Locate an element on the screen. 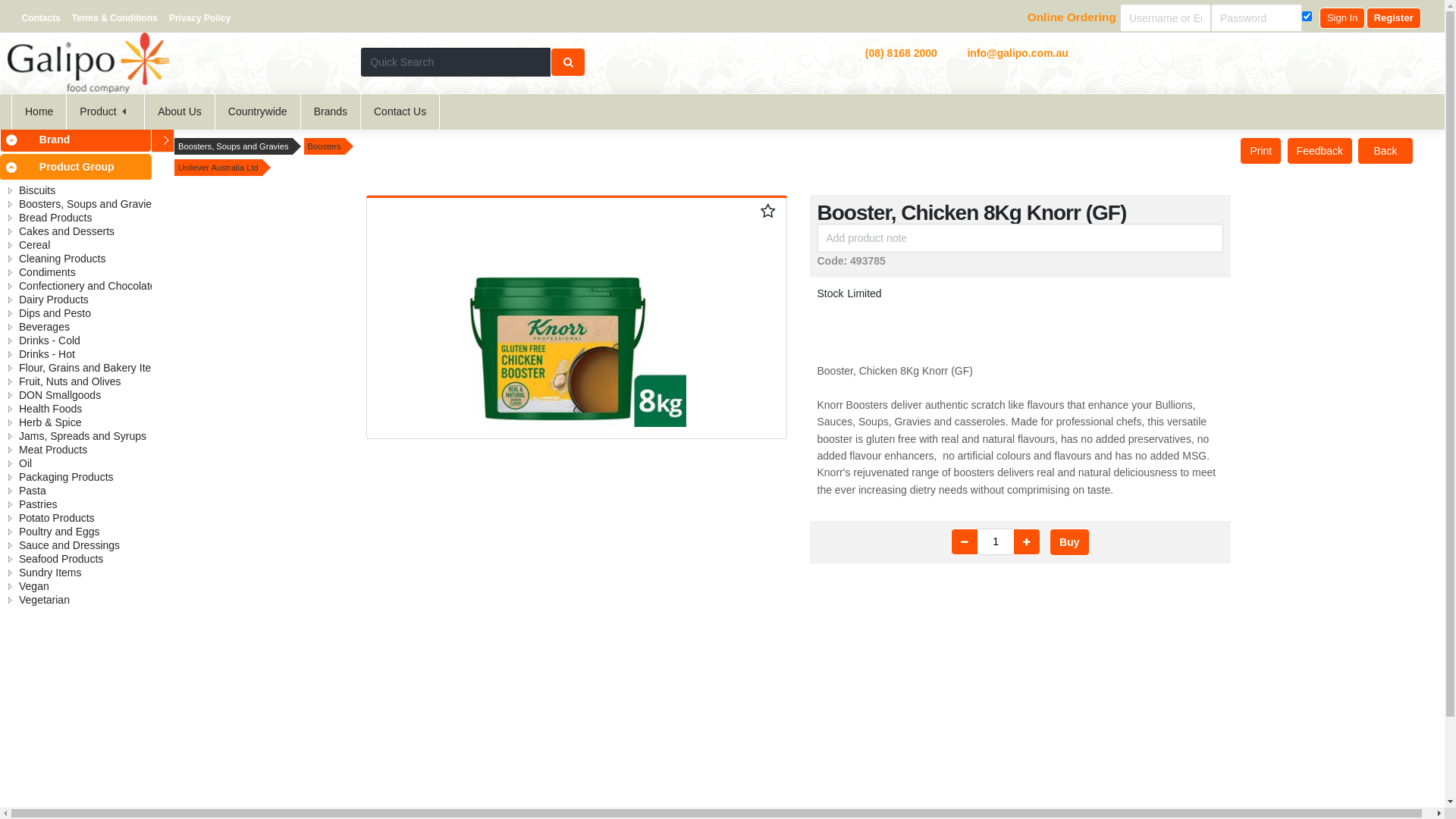  'remember me' is located at coordinates (1306, 16).